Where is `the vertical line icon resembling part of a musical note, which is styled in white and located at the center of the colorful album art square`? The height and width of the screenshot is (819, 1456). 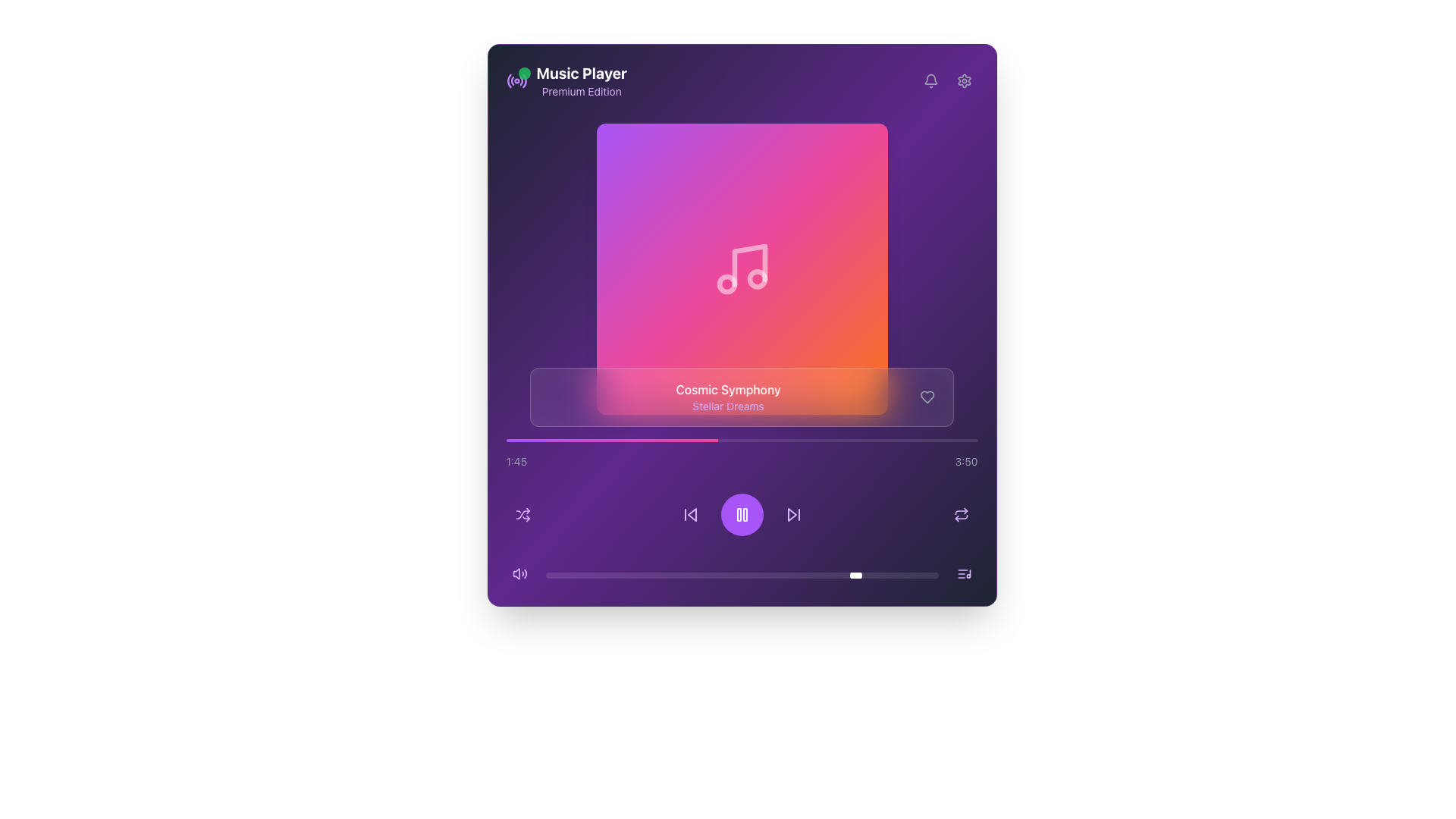 the vertical line icon resembling part of a musical note, which is styled in white and located at the center of the colorful album art square is located at coordinates (749, 265).